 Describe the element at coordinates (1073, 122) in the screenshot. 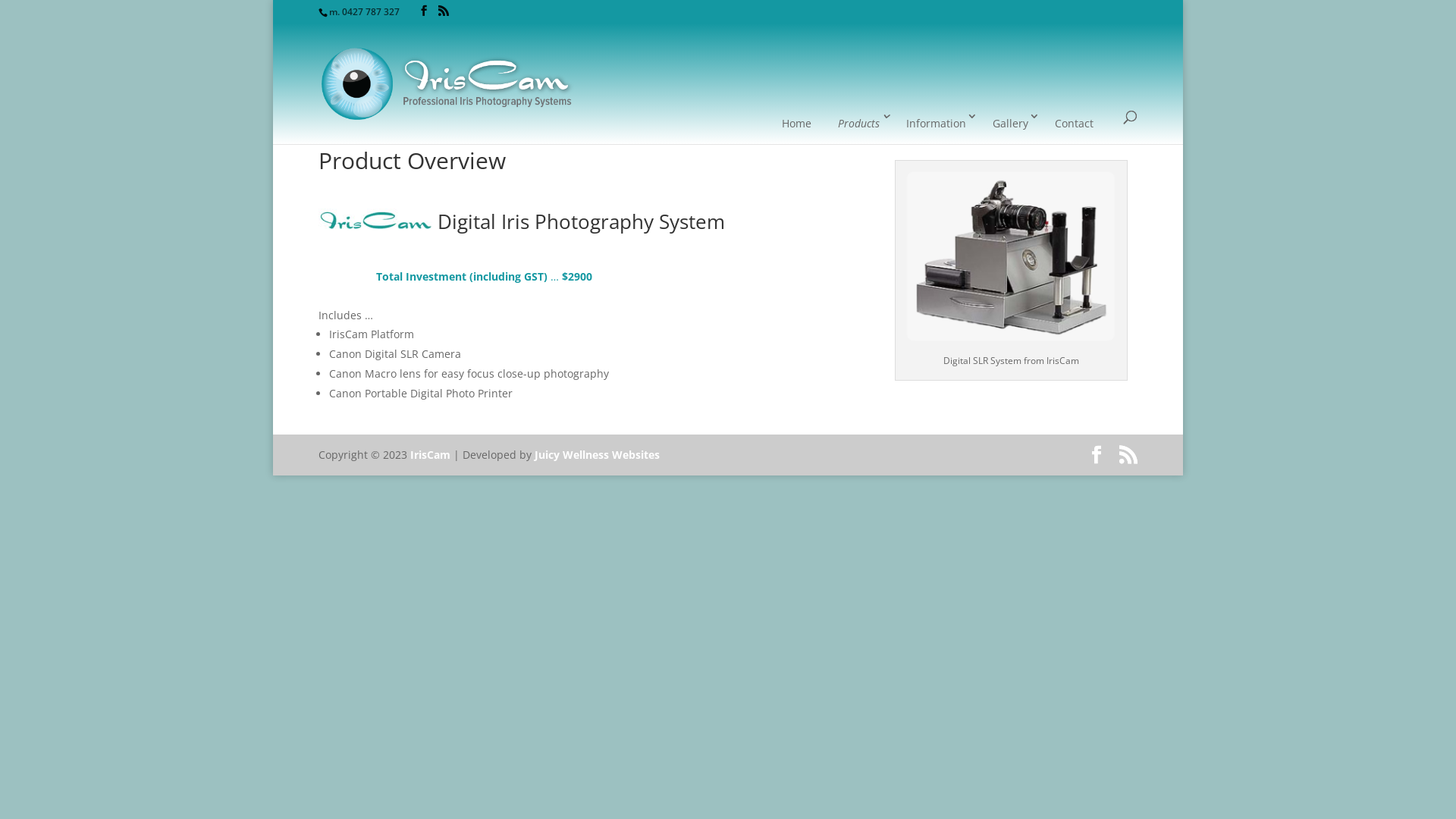

I see `'Contact'` at that location.